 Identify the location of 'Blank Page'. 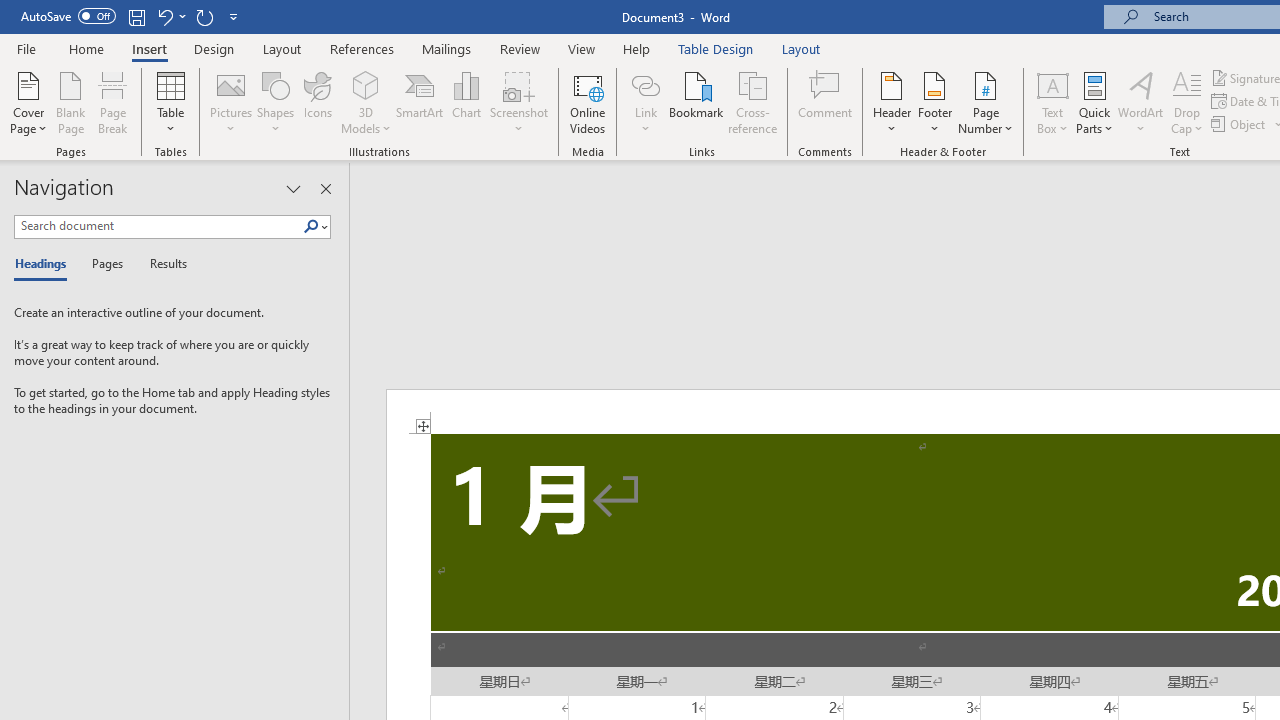
(71, 103).